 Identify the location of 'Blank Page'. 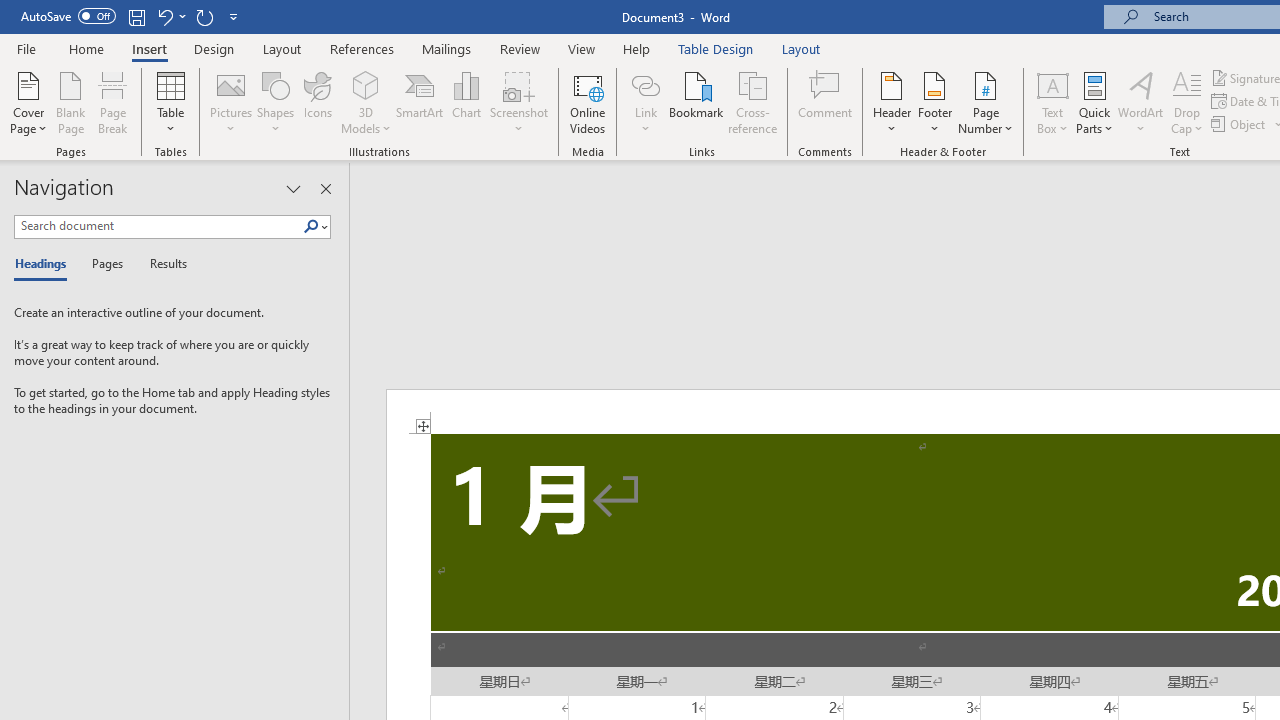
(71, 103).